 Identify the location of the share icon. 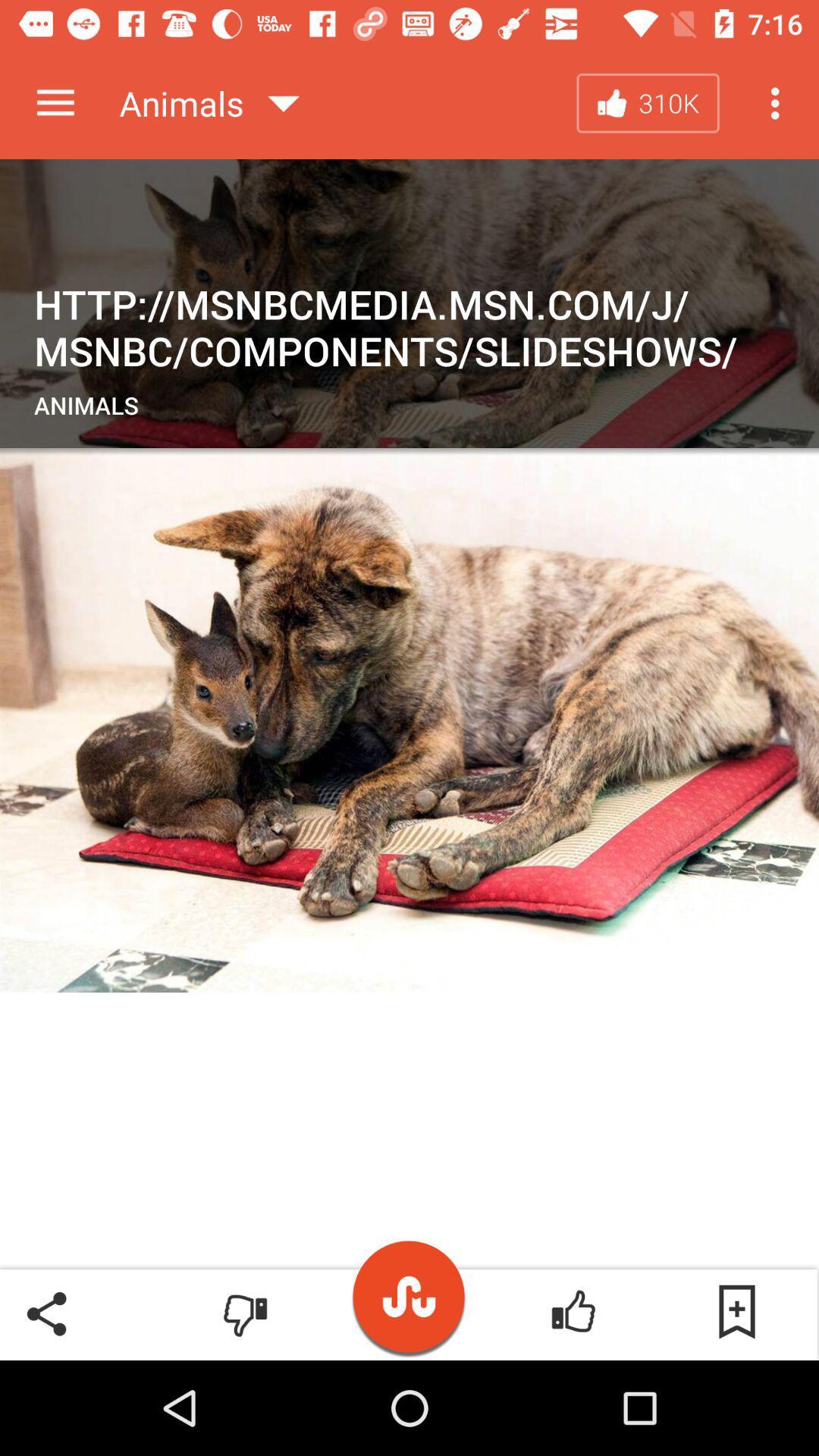
(46, 1312).